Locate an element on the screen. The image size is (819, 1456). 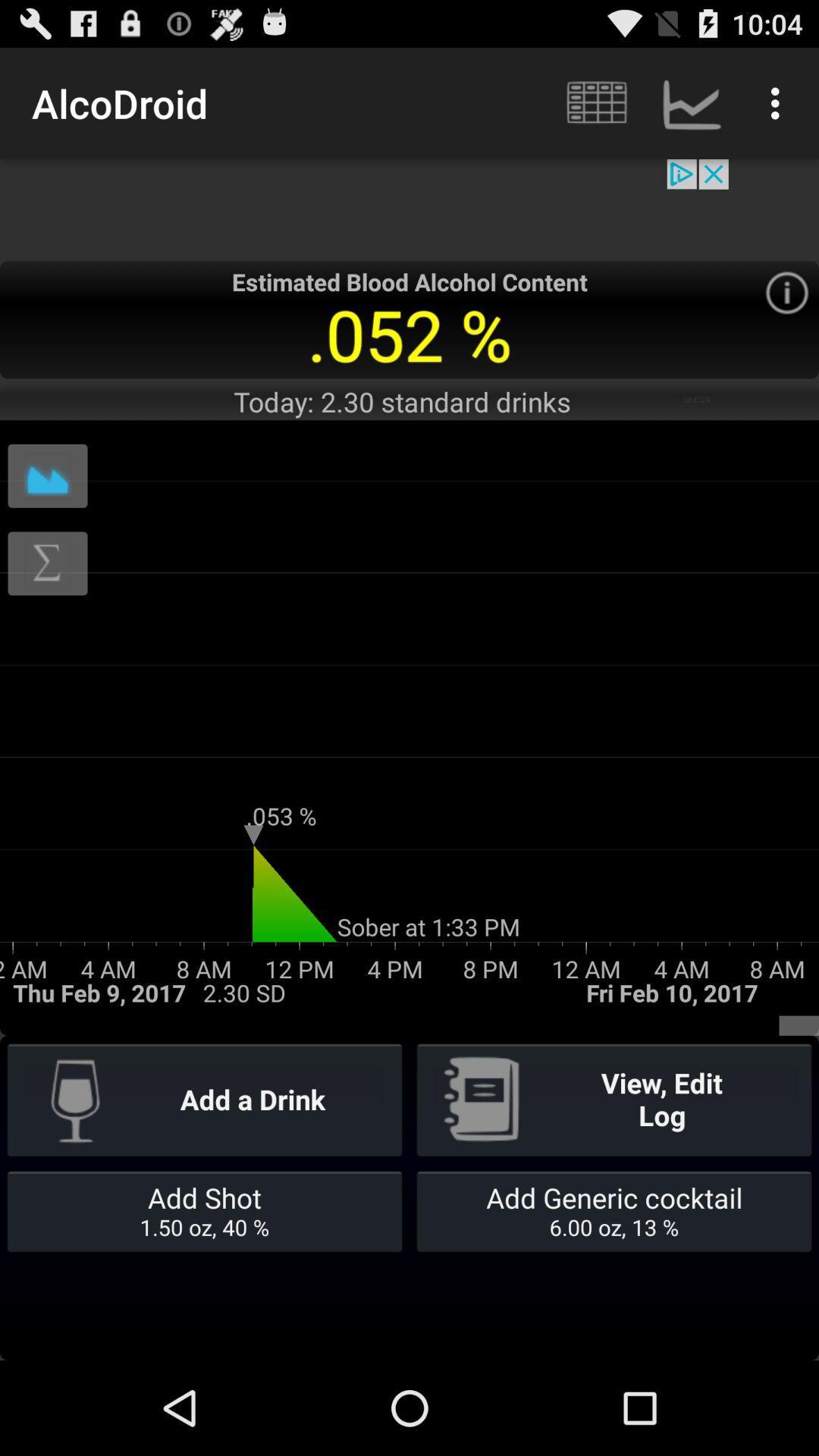
formula is located at coordinates (46, 563).